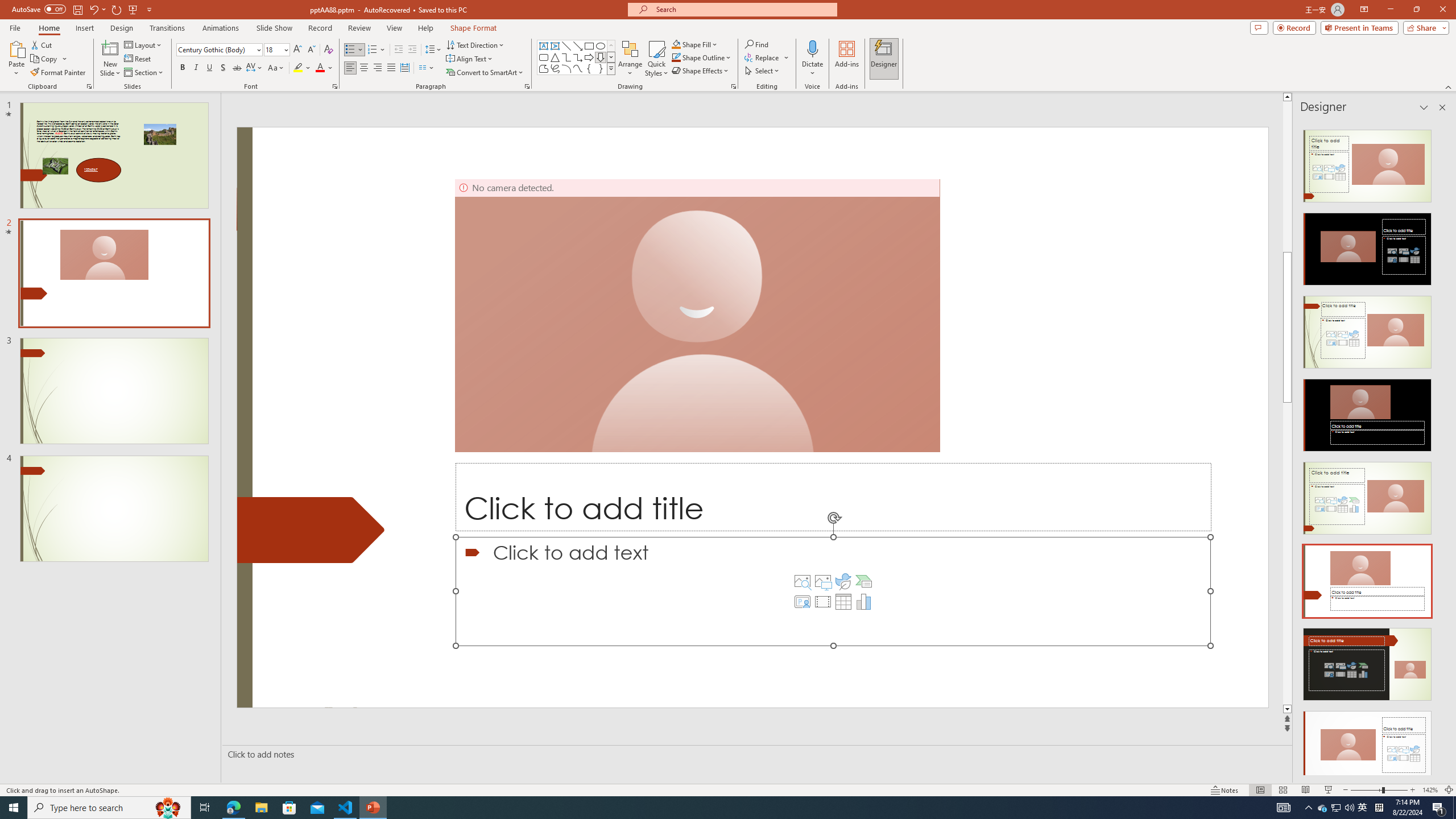 This screenshot has width=1456, height=819. Describe the element at coordinates (311, 530) in the screenshot. I see `'Decorative Locked'` at that location.